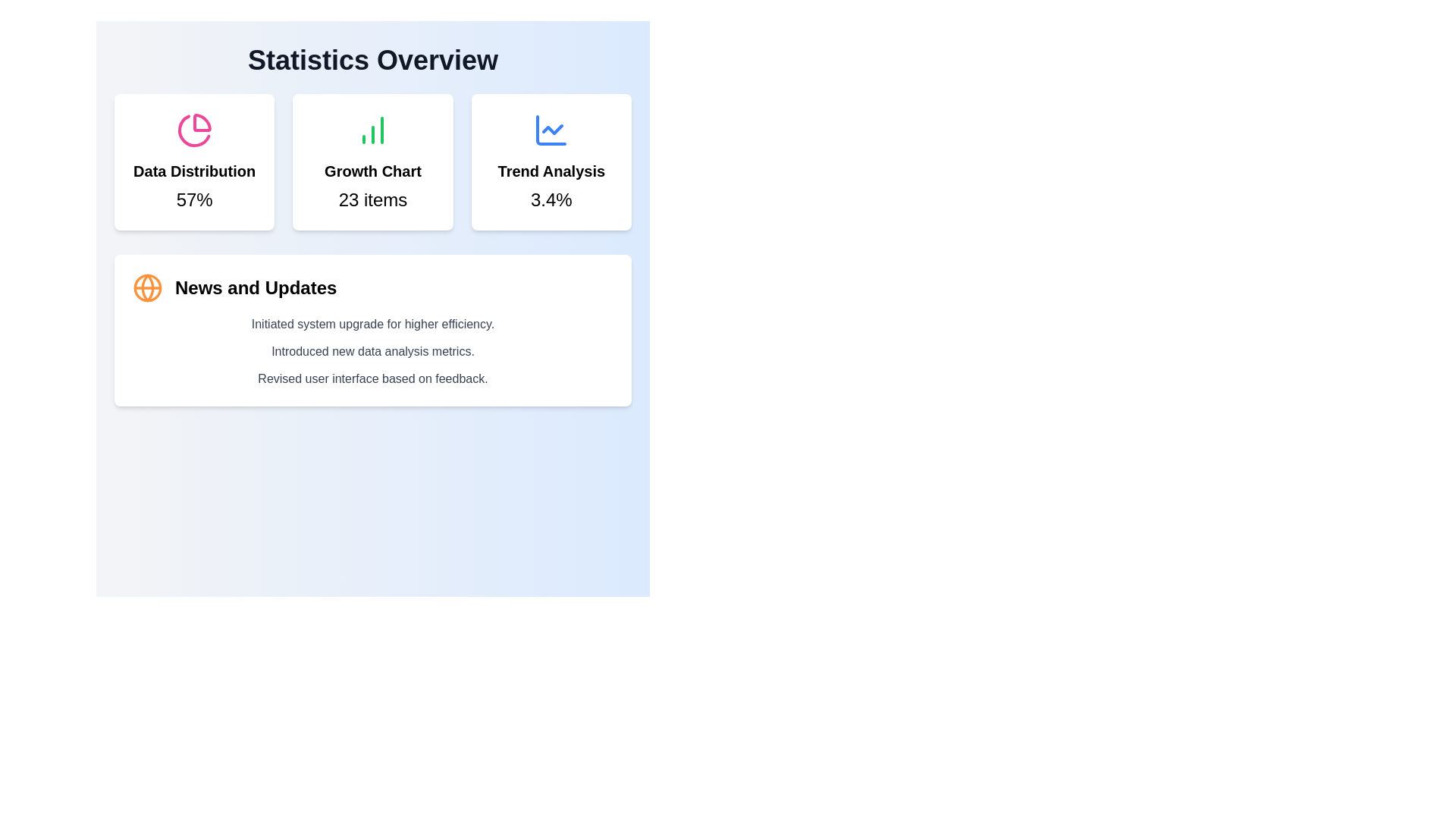  What do you see at coordinates (372, 378) in the screenshot?
I see `the third text line in the 'News and Updates' feed, located below the item that reads 'Introduced new data analysis metrics.'` at bounding box center [372, 378].